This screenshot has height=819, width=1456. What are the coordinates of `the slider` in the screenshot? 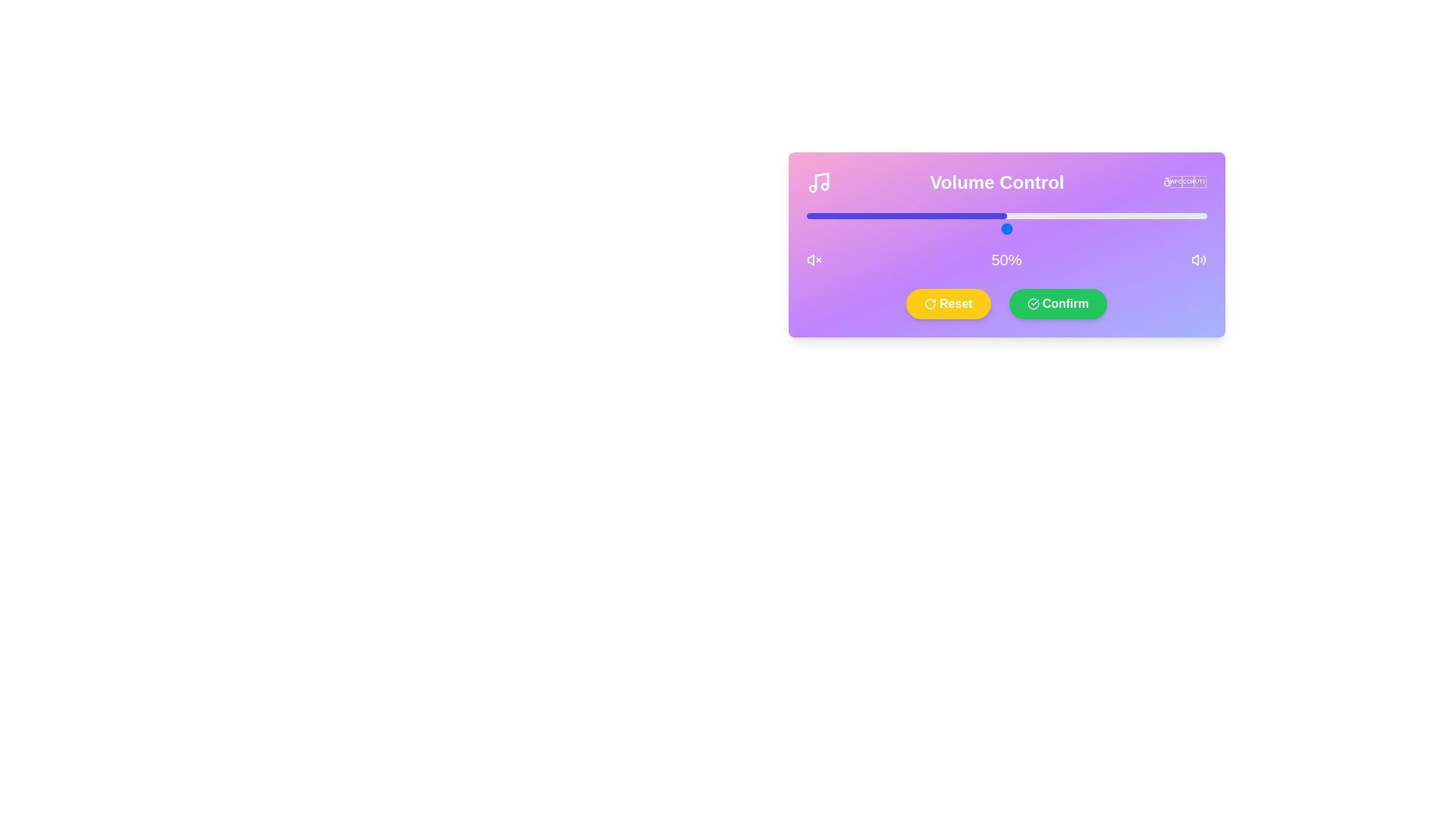 It's located at (1090, 228).